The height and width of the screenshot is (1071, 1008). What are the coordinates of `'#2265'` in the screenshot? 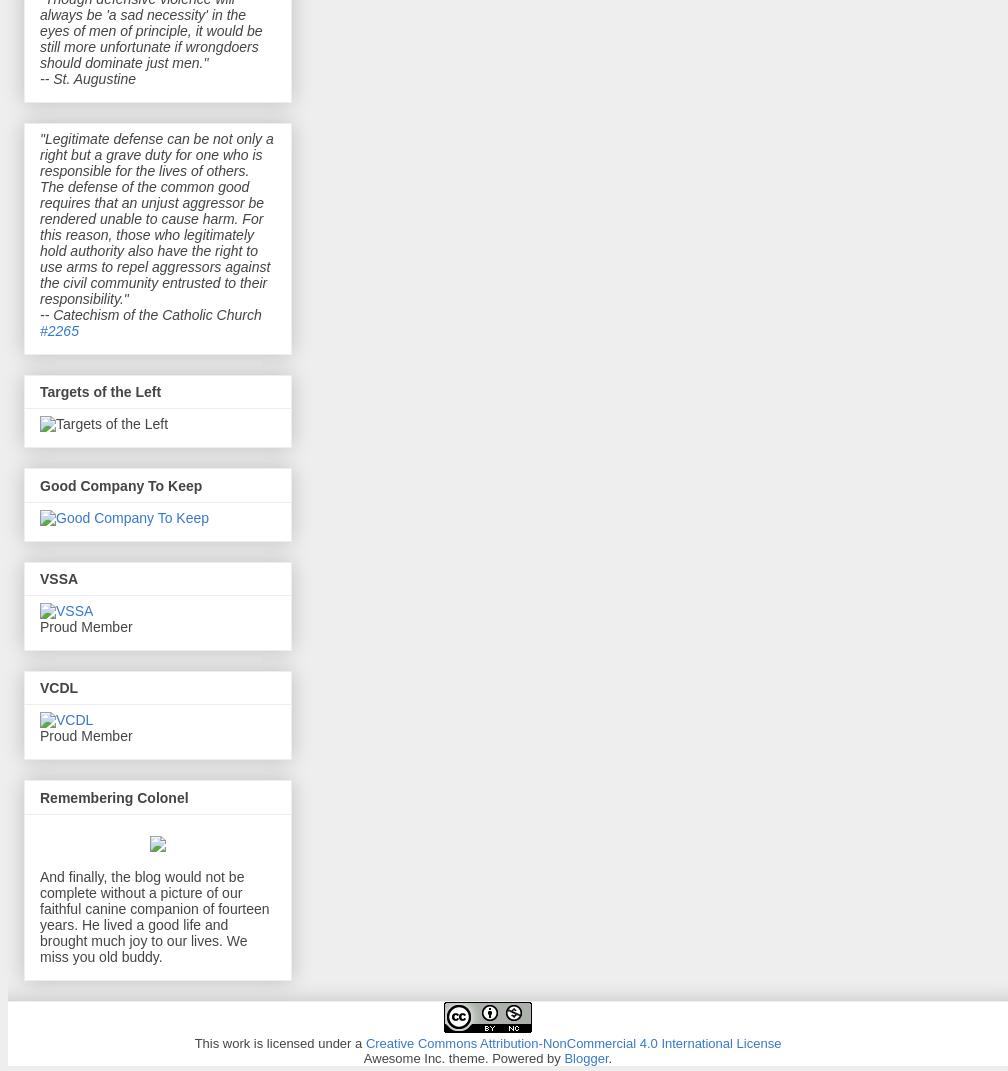 It's located at (58, 328).